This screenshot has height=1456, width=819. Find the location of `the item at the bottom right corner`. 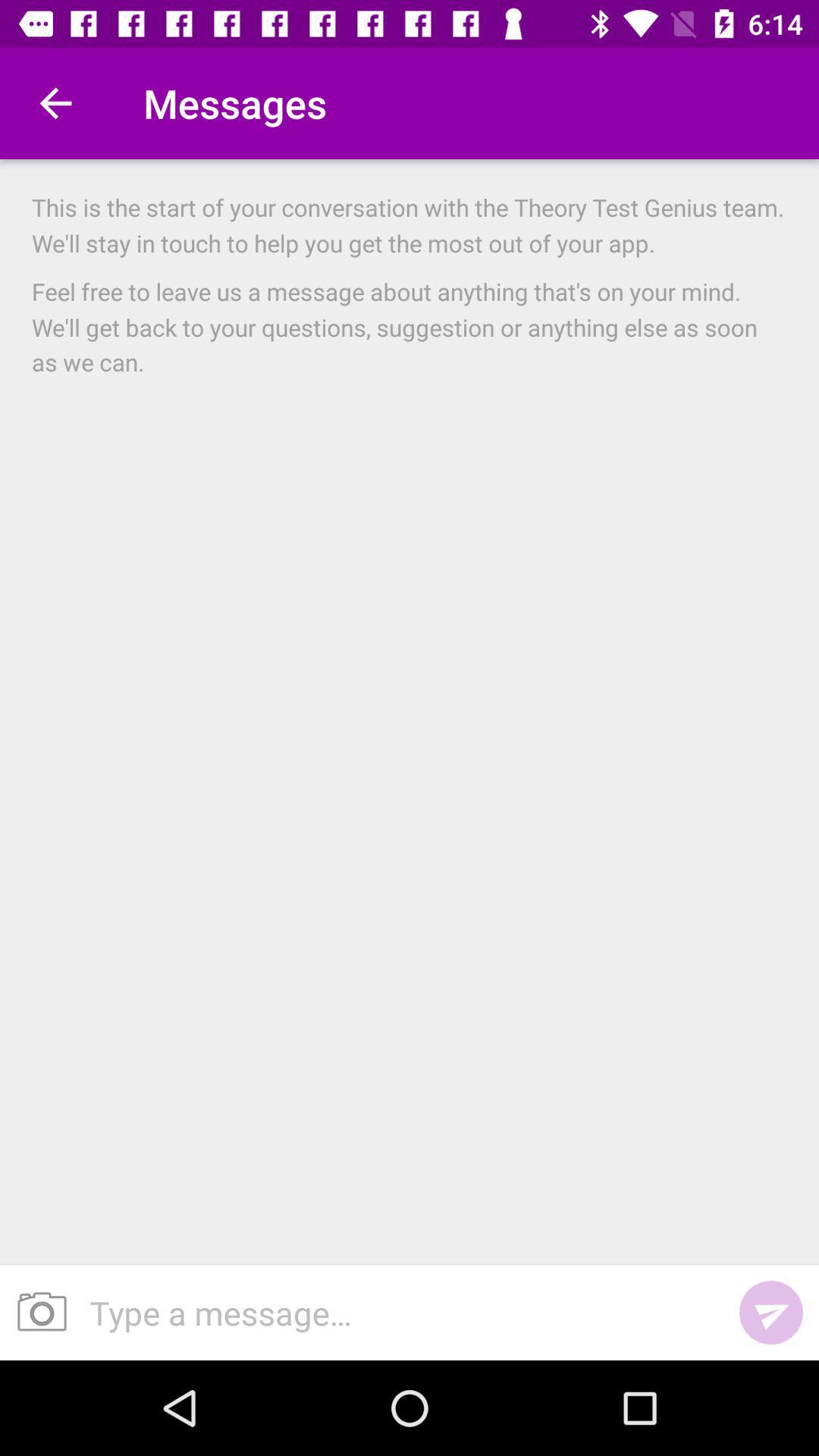

the item at the bottom right corner is located at coordinates (771, 1312).